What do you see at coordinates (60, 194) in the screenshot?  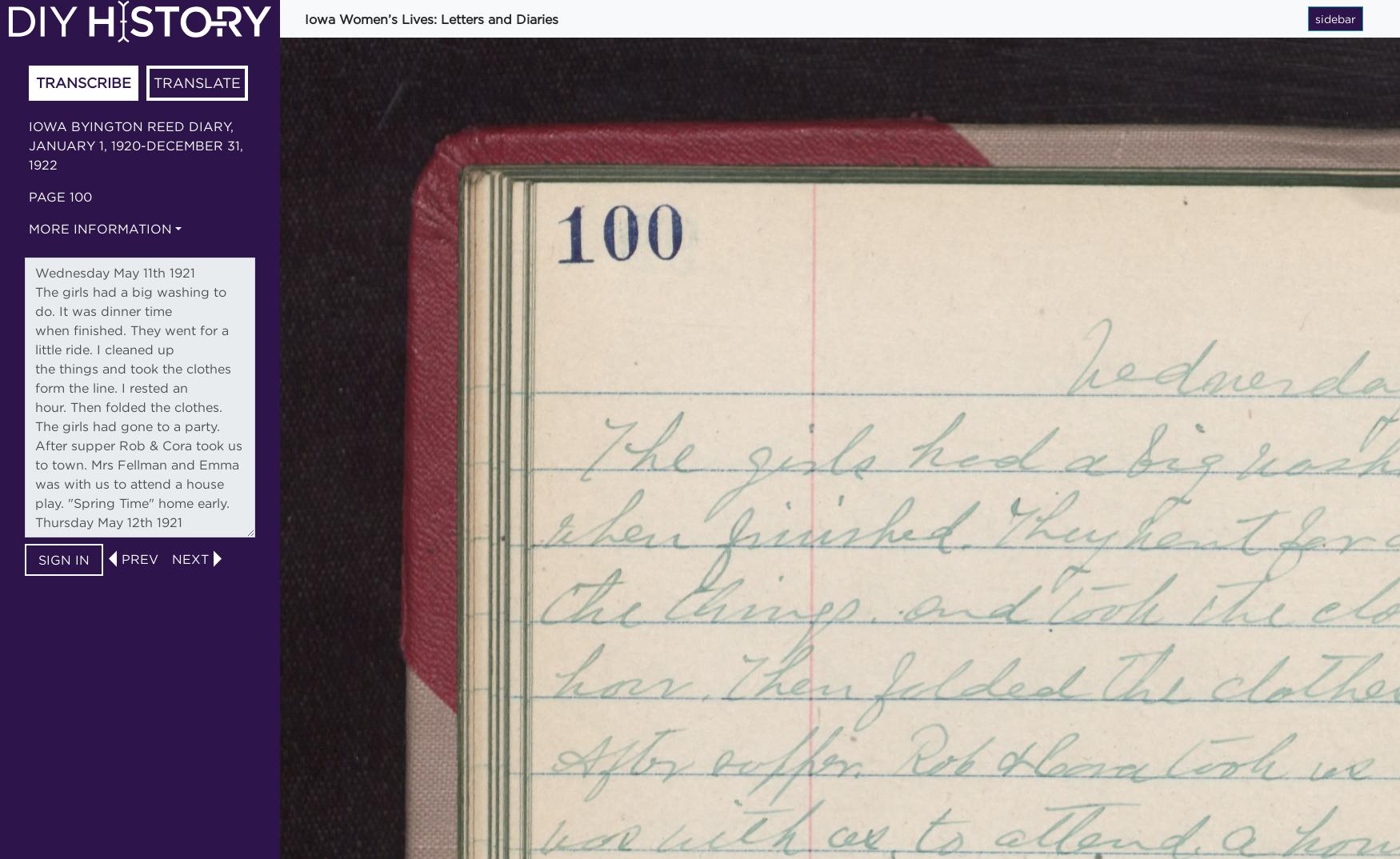 I see `'Page 100'` at bounding box center [60, 194].